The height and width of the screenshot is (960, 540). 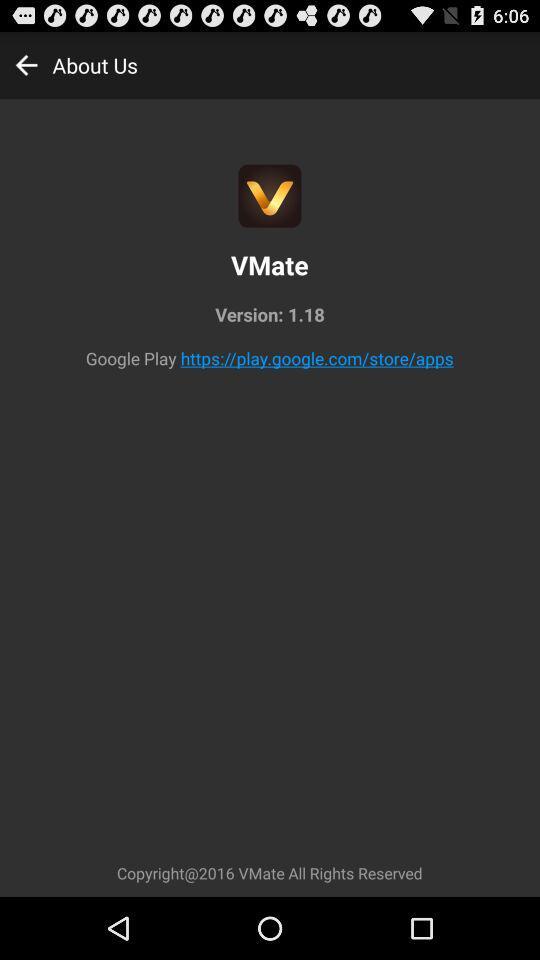 What do you see at coordinates (317, 358) in the screenshot?
I see `https play google at the center` at bounding box center [317, 358].